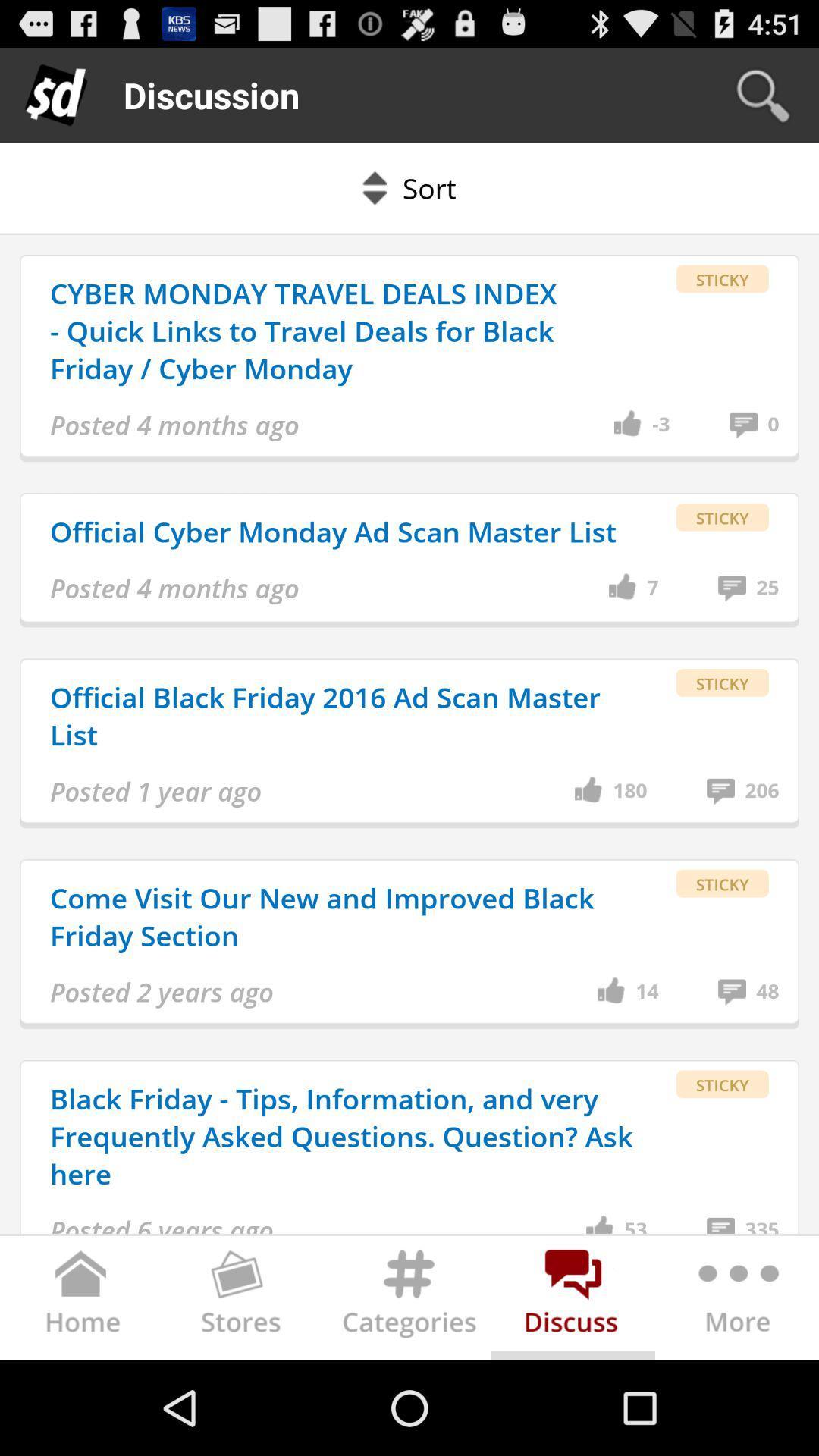  Describe the element at coordinates (736, 1300) in the screenshot. I see `further options` at that location.